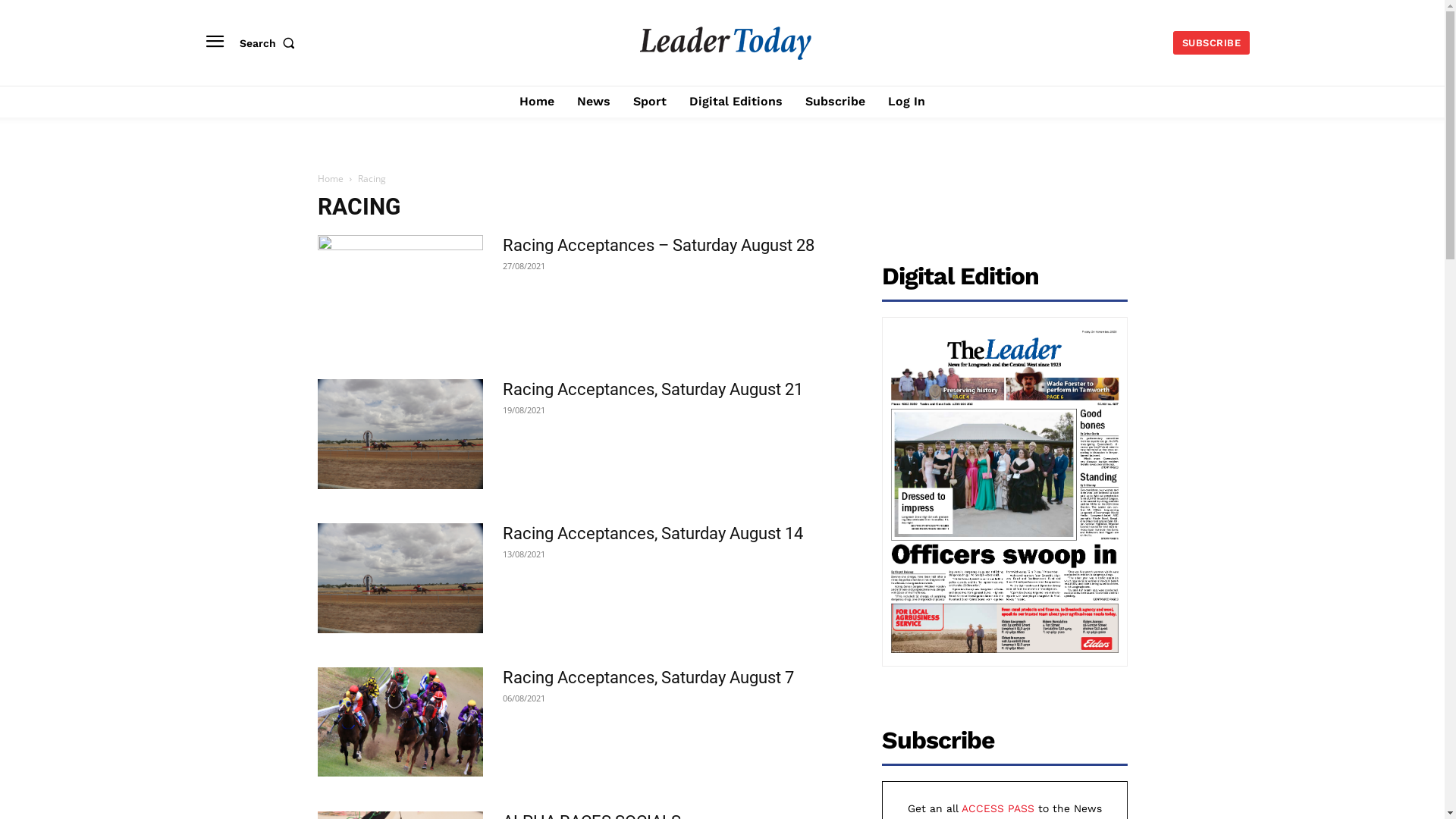  Describe the element at coordinates (270, 42) in the screenshot. I see `'Search'` at that location.